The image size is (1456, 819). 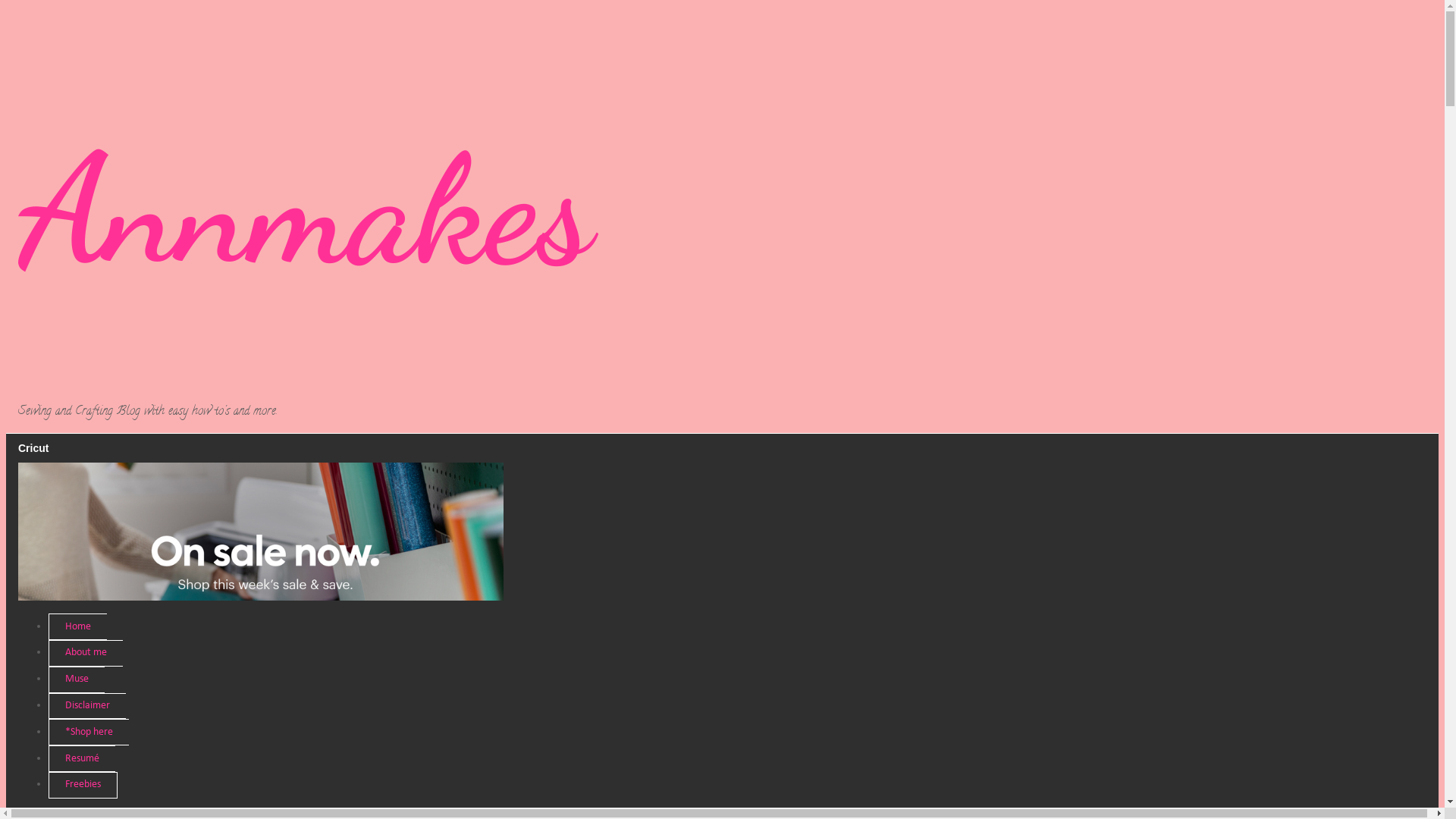 I want to click on 'About me', so click(x=85, y=652).